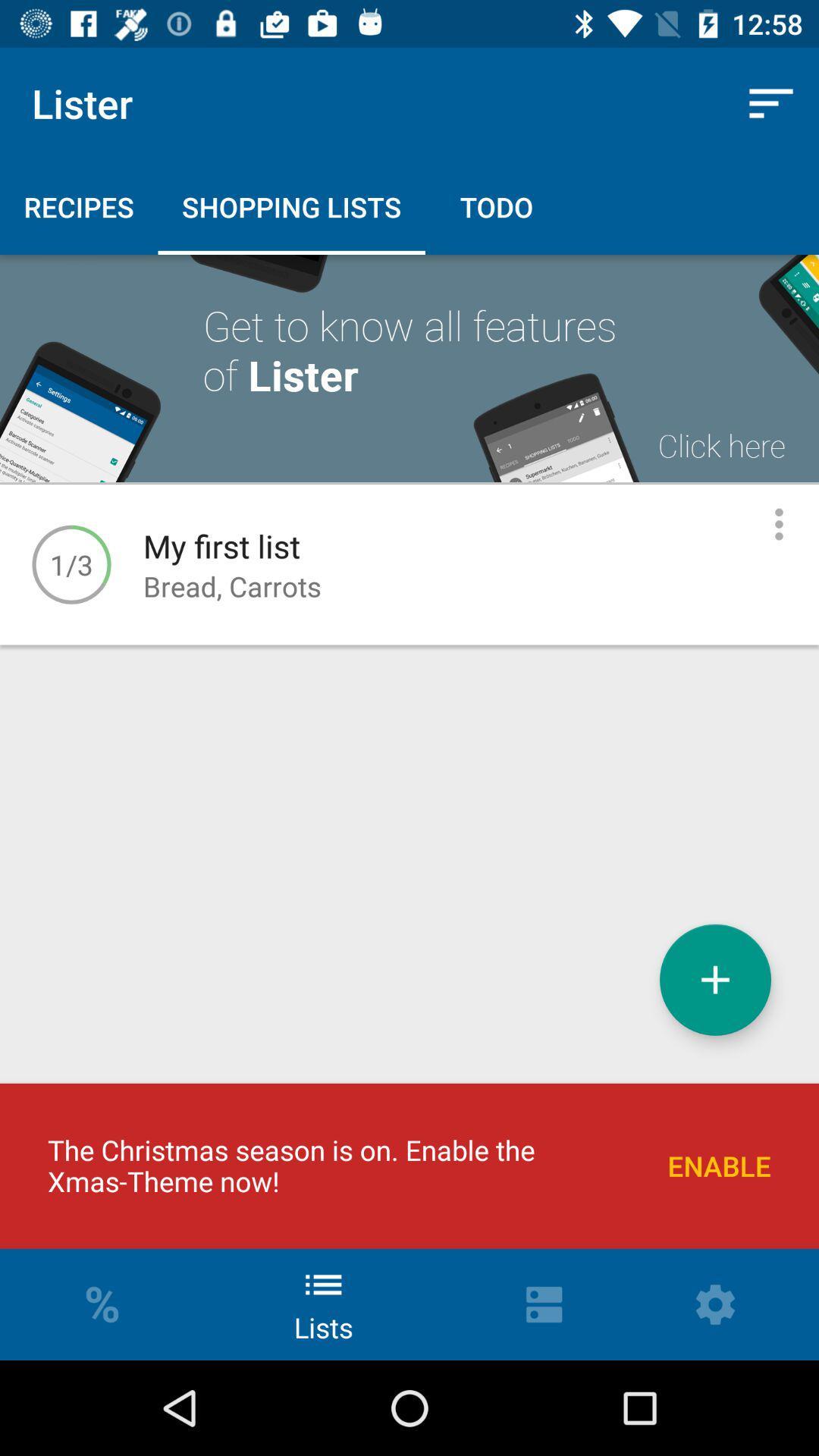  I want to click on new list, so click(715, 980).